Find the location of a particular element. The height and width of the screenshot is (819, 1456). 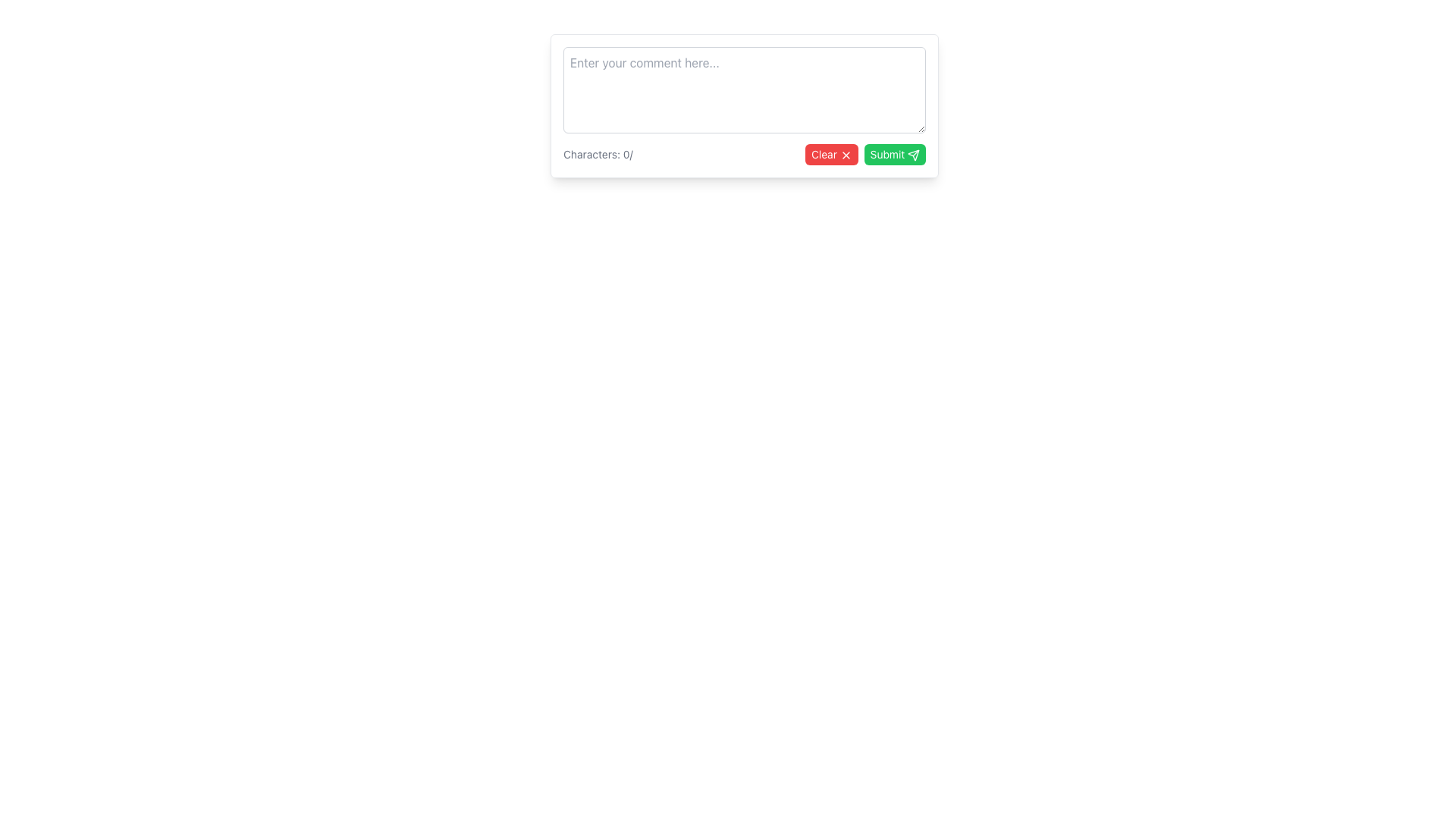

the green 'Submit' button with rounded corners and a small arrow icon to observe visual feedback is located at coordinates (868, 176).